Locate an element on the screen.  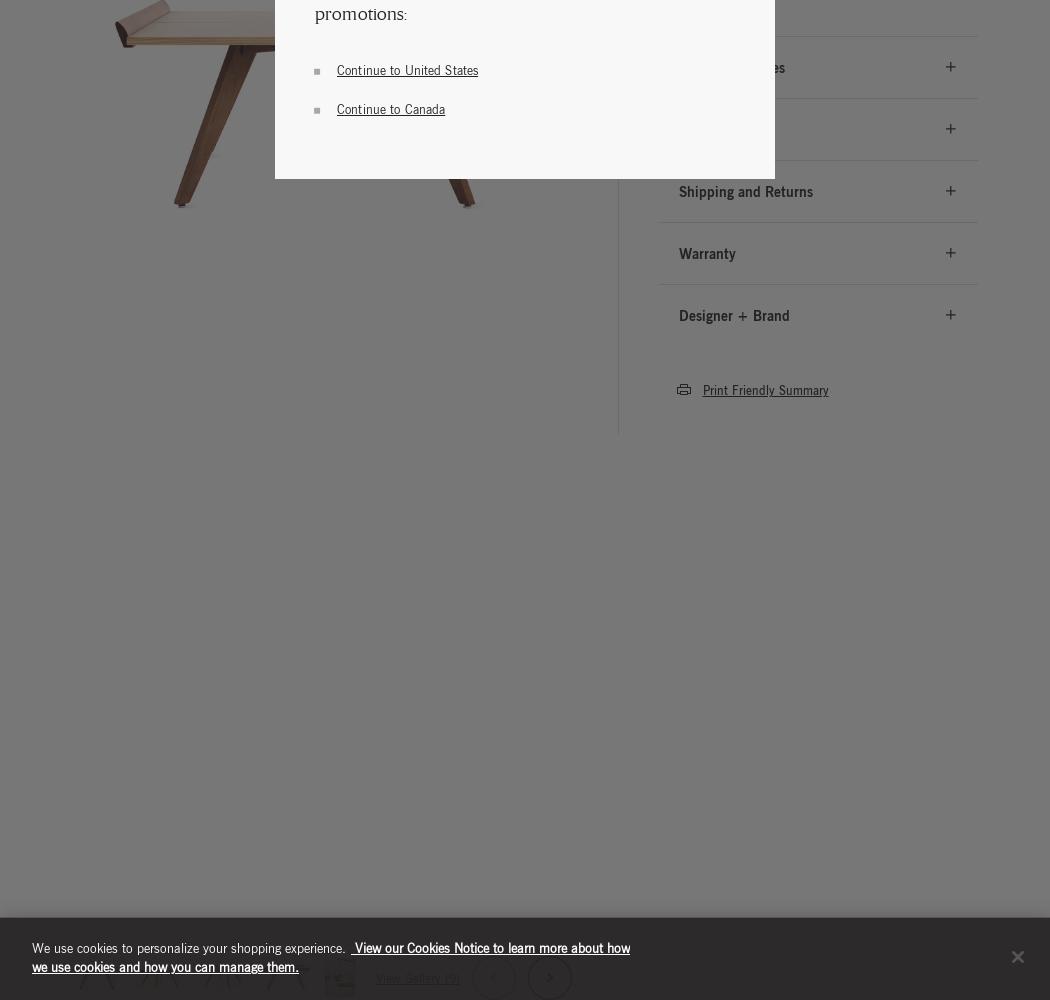
'Continue to Canada' is located at coordinates (391, 106).